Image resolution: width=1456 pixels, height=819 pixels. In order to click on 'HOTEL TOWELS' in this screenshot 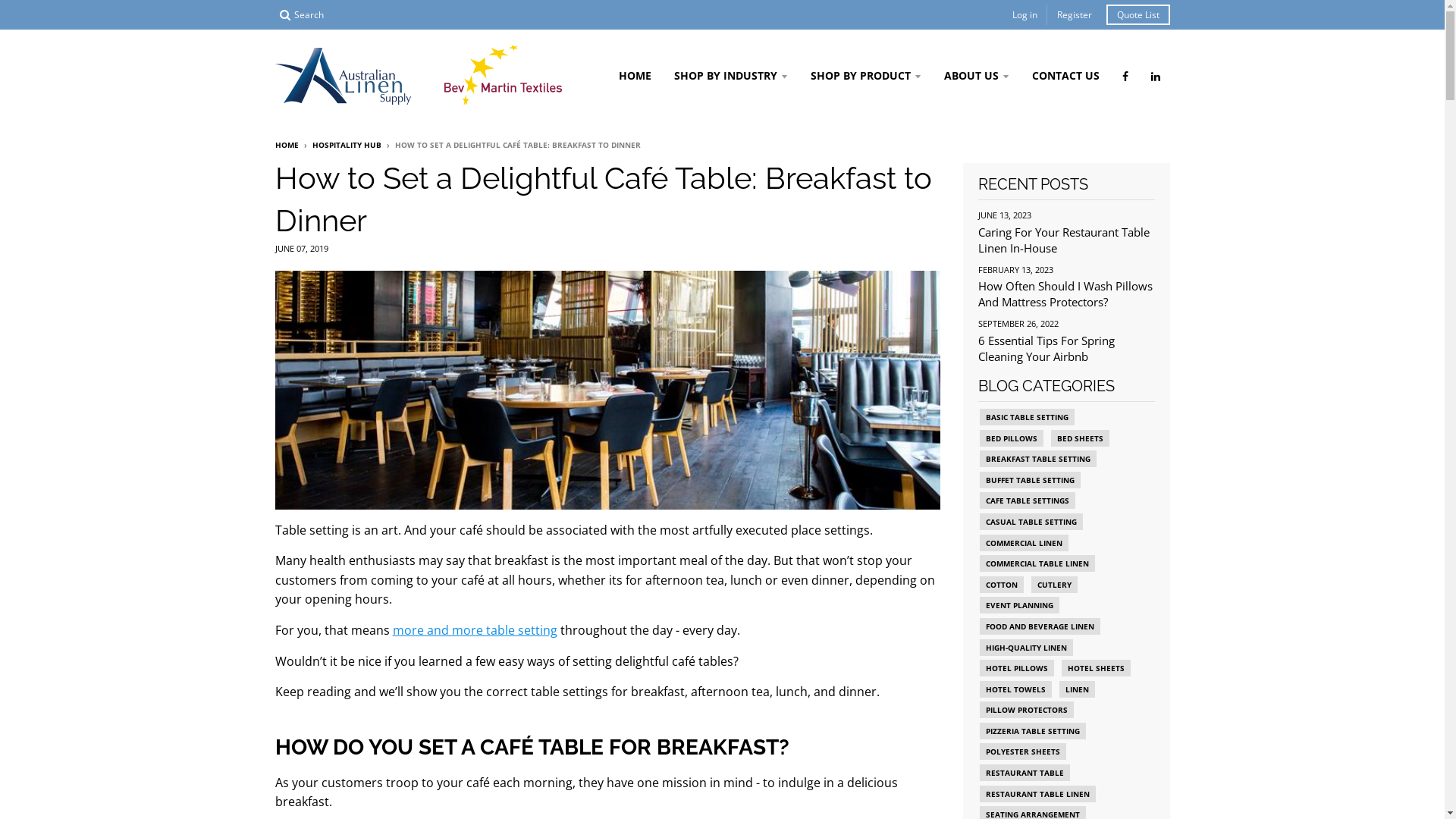, I will do `click(1015, 689)`.